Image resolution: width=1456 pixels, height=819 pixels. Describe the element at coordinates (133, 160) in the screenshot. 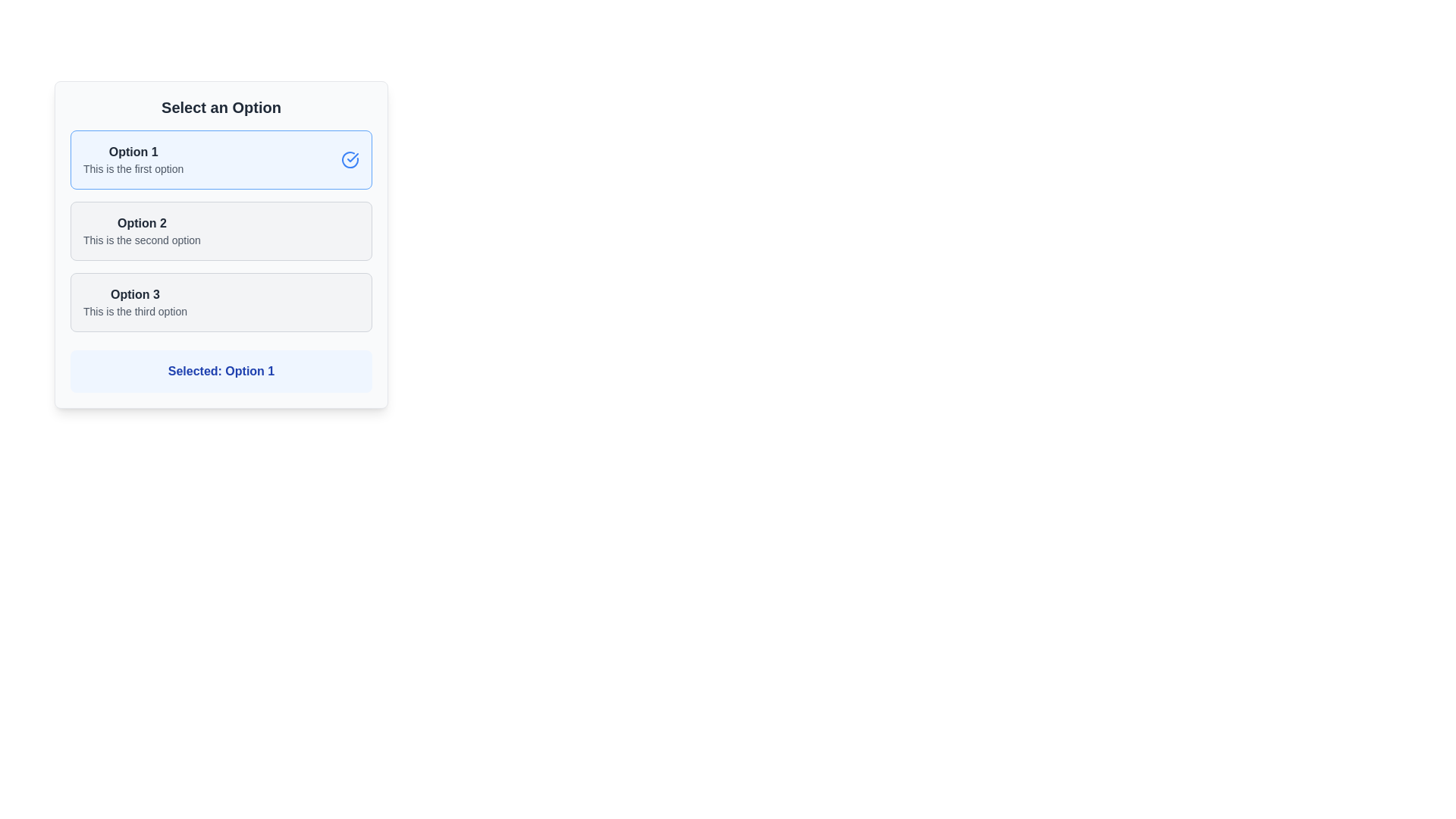

I see `the 'Option 1' selectable option card which is styled in bold font and is the first card under the heading 'Select an Option'` at that location.